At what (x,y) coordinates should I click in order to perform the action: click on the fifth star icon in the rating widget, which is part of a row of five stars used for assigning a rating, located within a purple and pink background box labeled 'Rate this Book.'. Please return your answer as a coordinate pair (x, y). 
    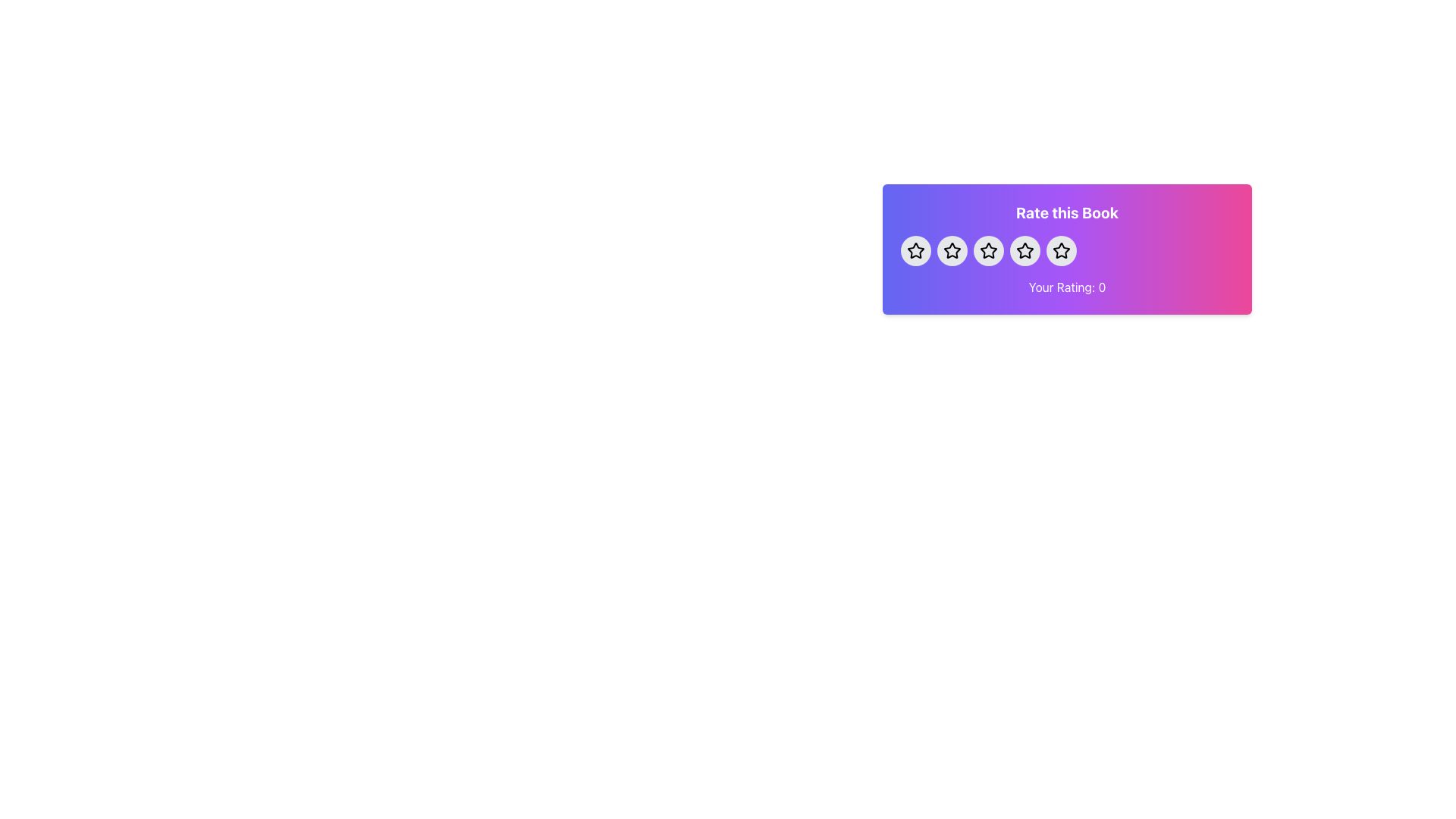
    Looking at the image, I should click on (1061, 249).